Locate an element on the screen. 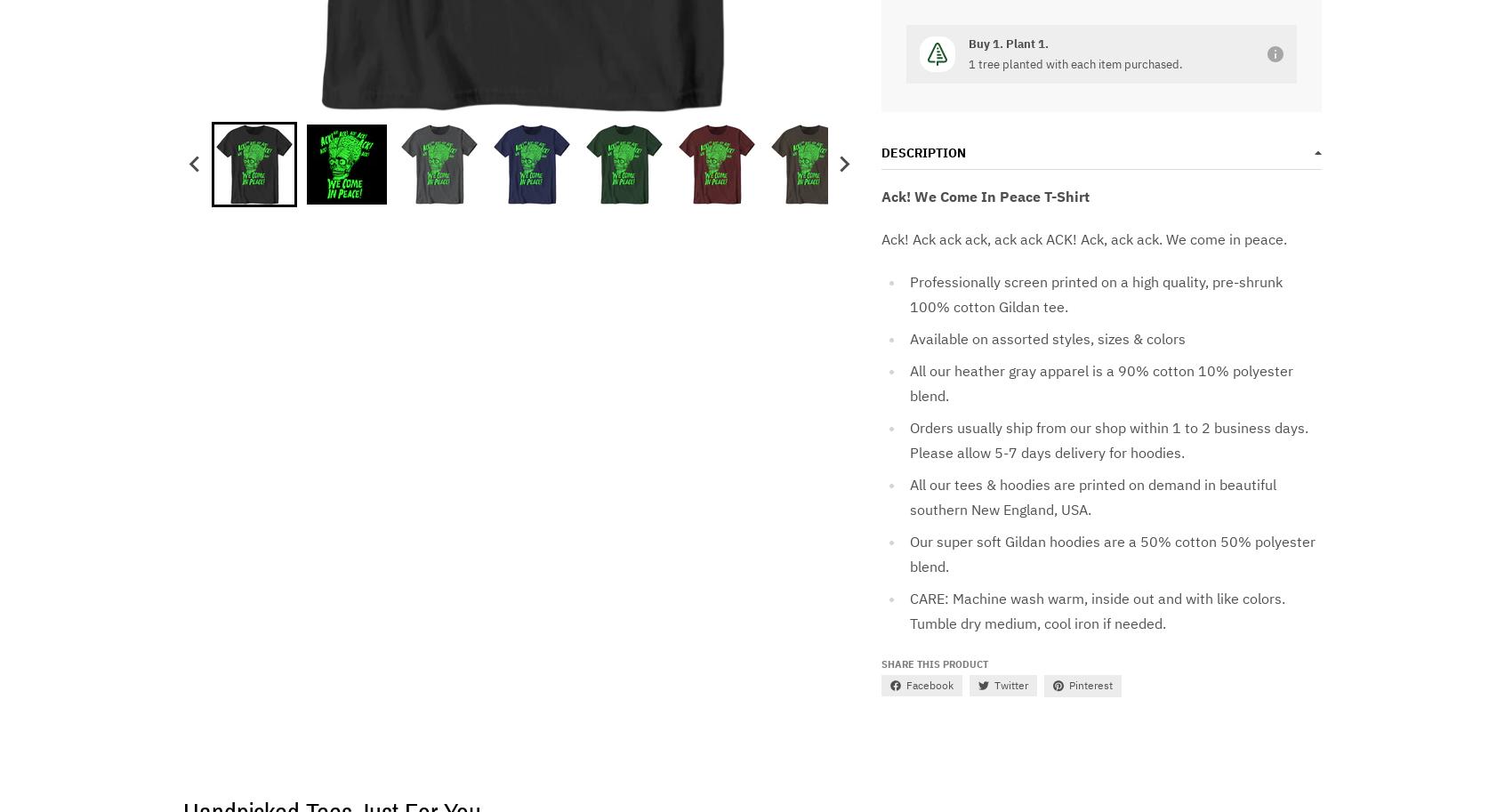  '1 tree planted with each item purchased.' is located at coordinates (1074, 62).